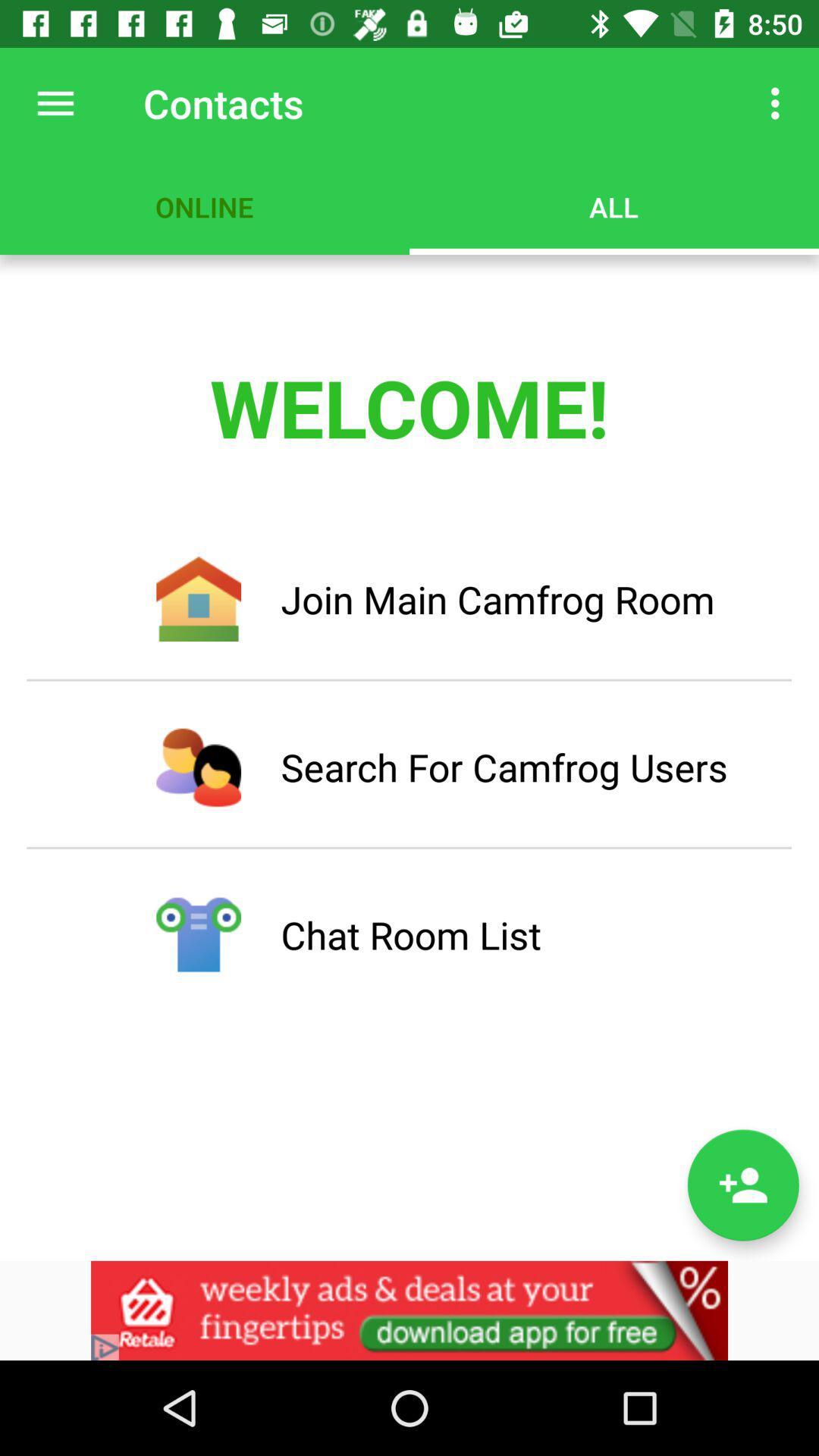  I want to click on the follow icon, so click(742, 1185).